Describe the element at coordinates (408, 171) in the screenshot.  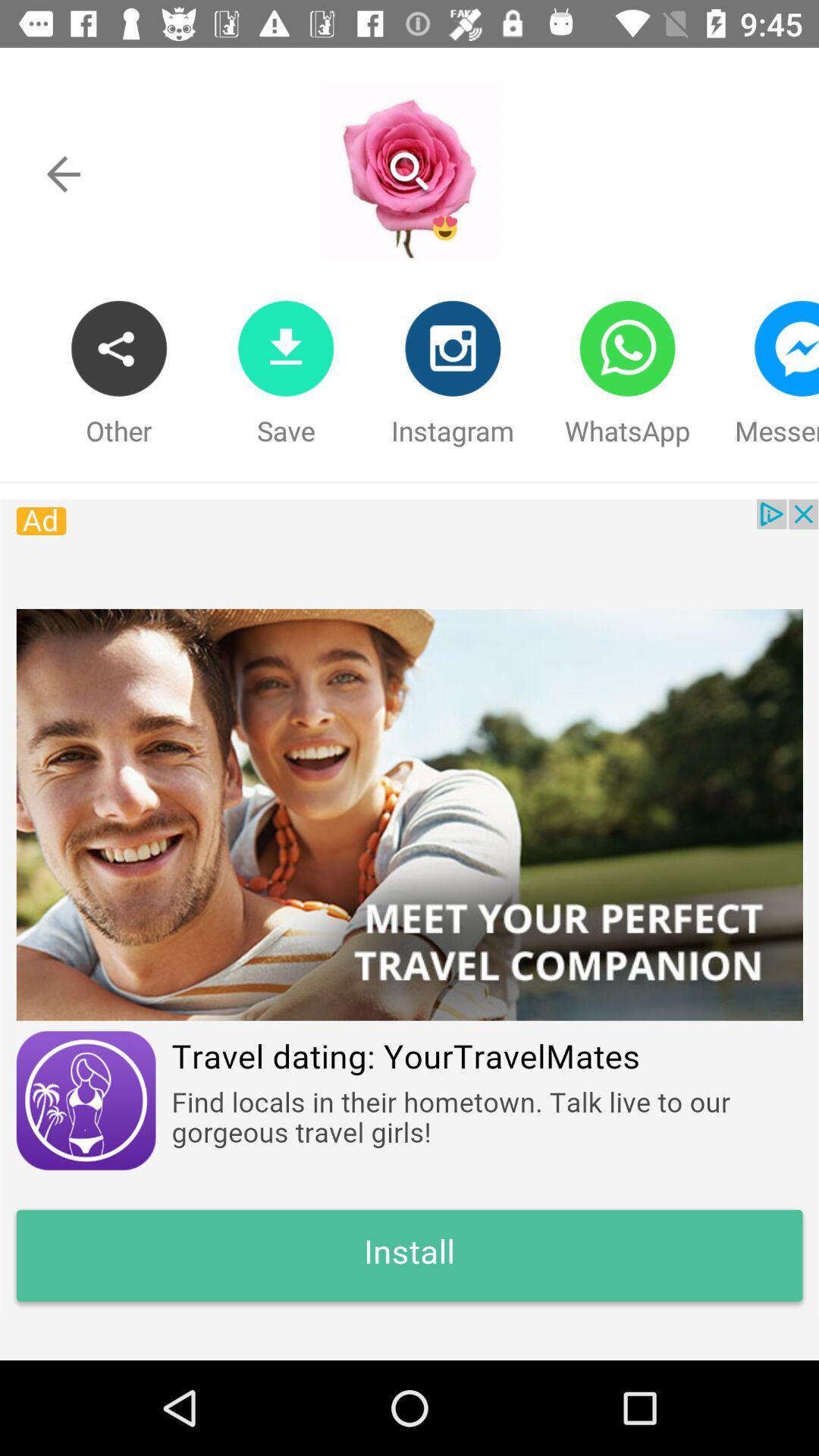
I see `look at profile` at that location.